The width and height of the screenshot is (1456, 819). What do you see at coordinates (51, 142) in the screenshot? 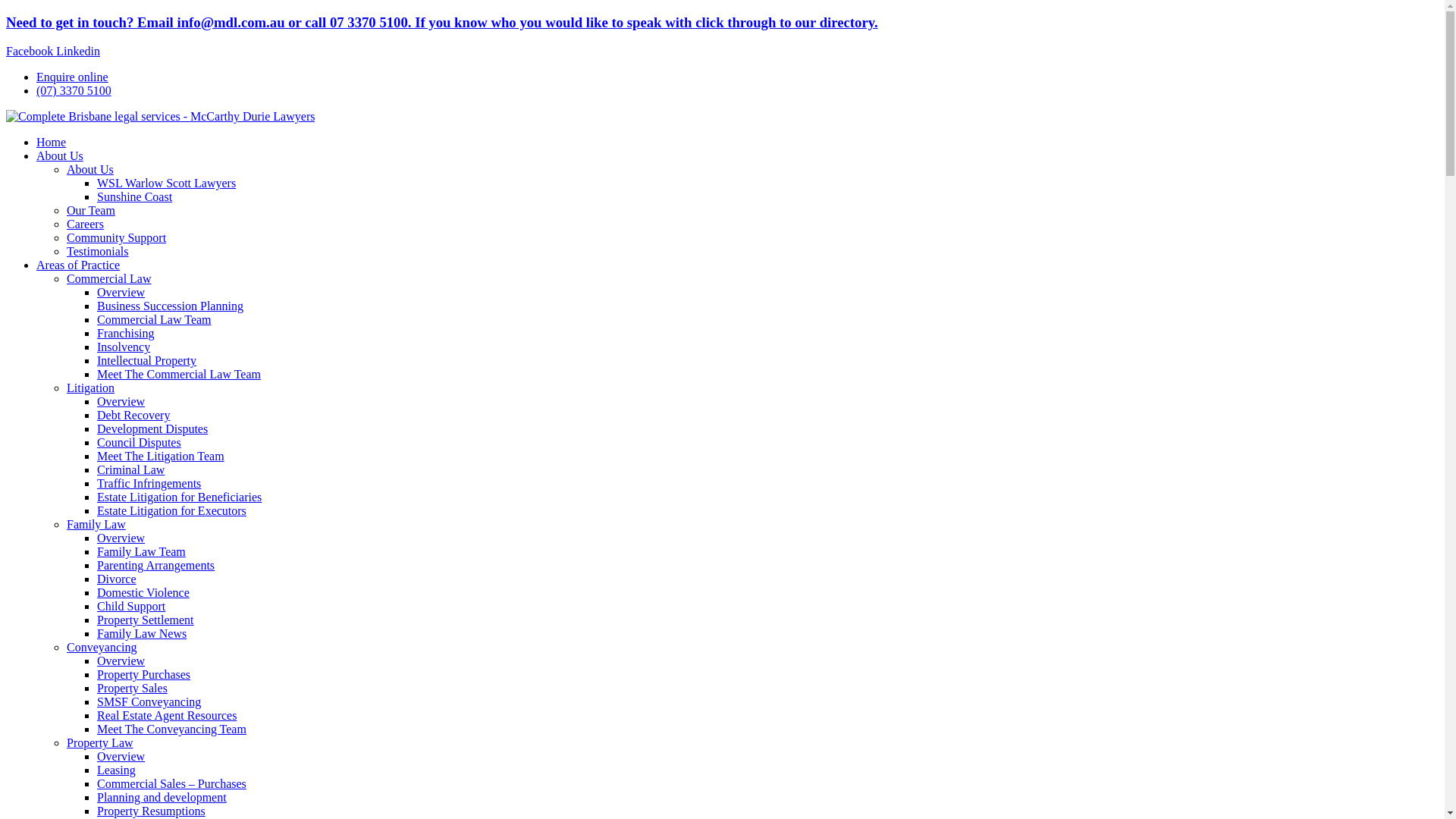
I see `'Home'` at bounding box center [51, 142].